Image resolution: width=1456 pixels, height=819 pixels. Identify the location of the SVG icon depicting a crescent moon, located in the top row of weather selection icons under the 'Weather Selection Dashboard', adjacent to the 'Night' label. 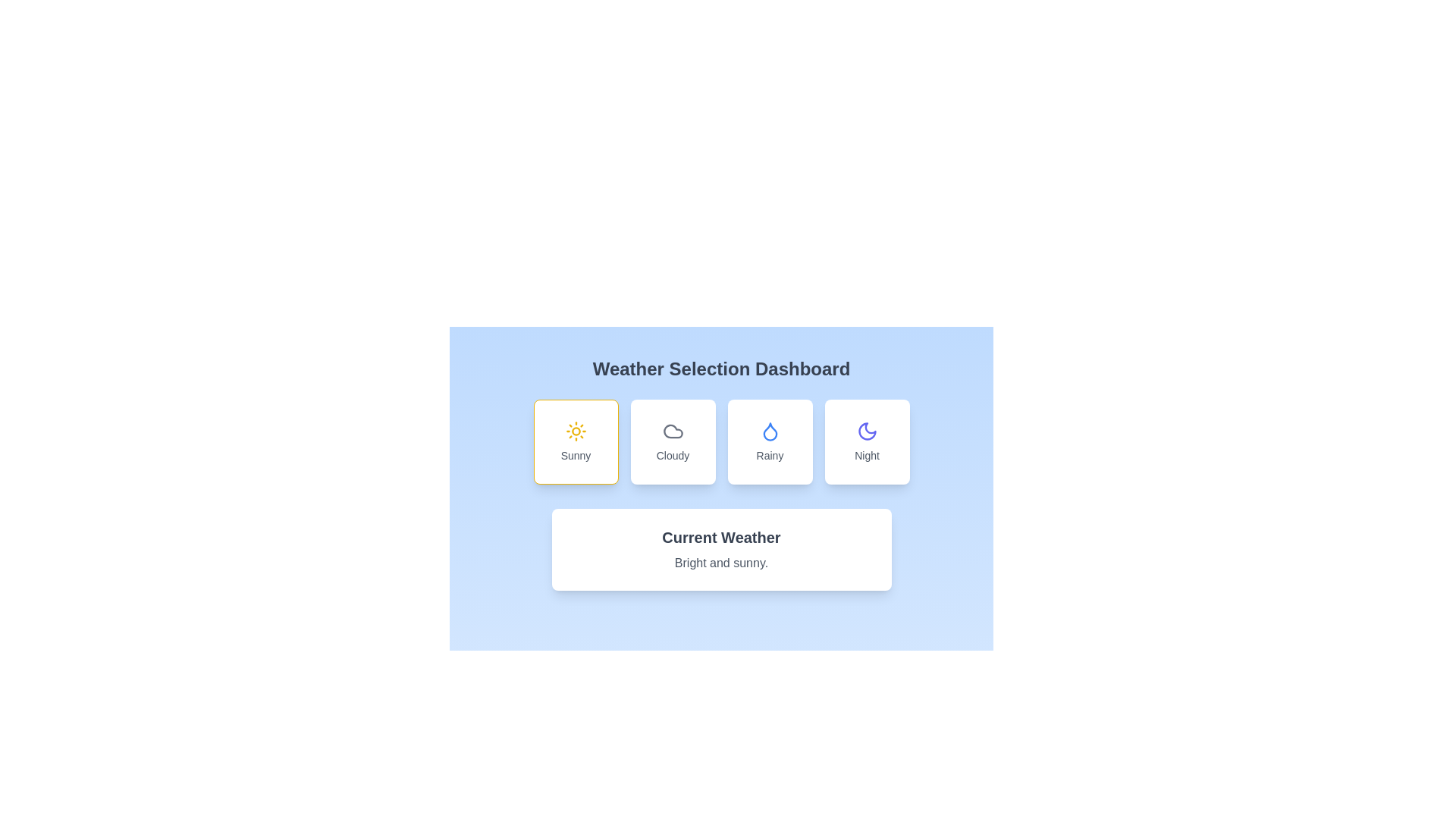
(867, 431).